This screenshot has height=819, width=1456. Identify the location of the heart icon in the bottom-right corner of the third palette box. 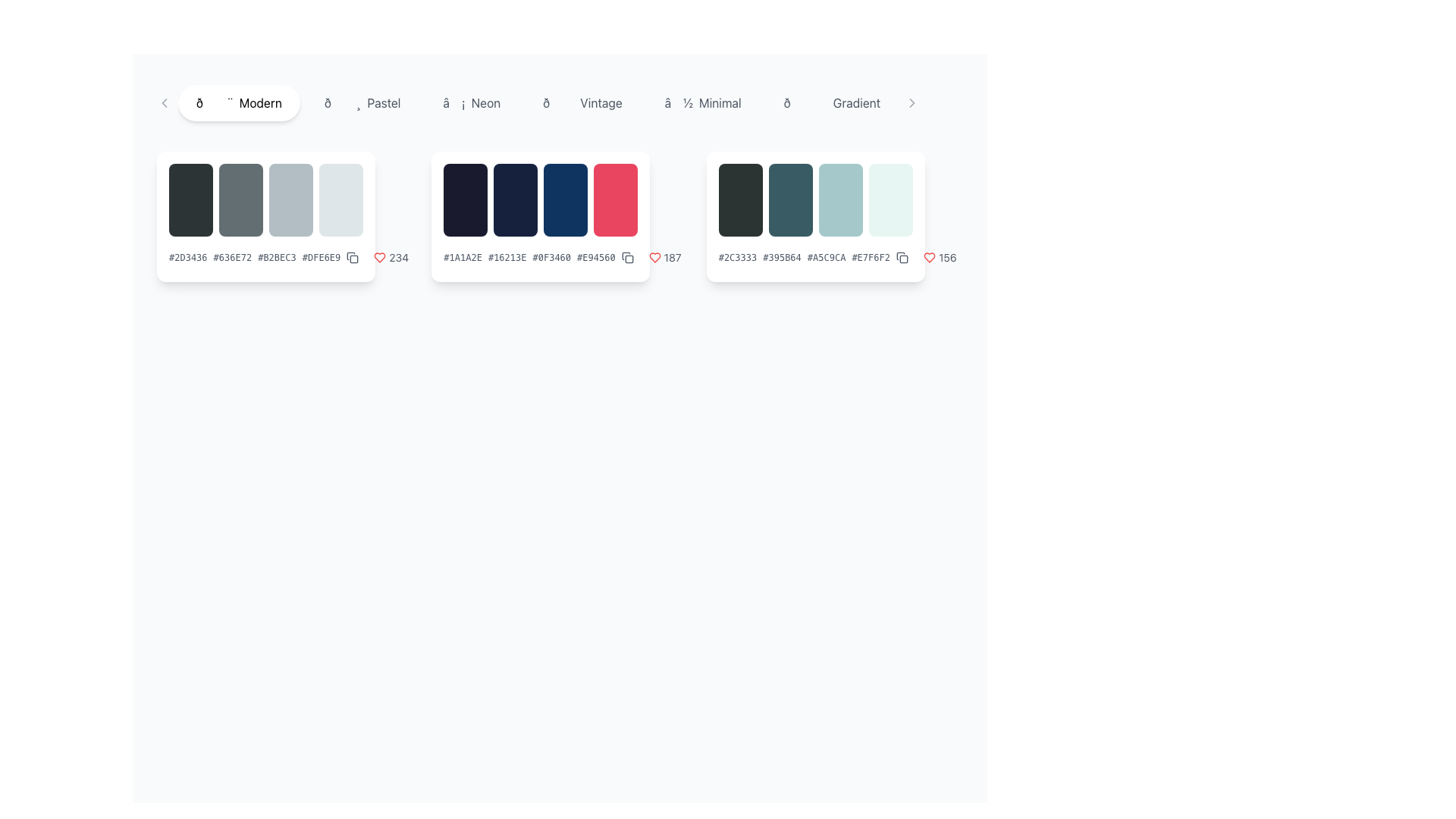
(928, 256).